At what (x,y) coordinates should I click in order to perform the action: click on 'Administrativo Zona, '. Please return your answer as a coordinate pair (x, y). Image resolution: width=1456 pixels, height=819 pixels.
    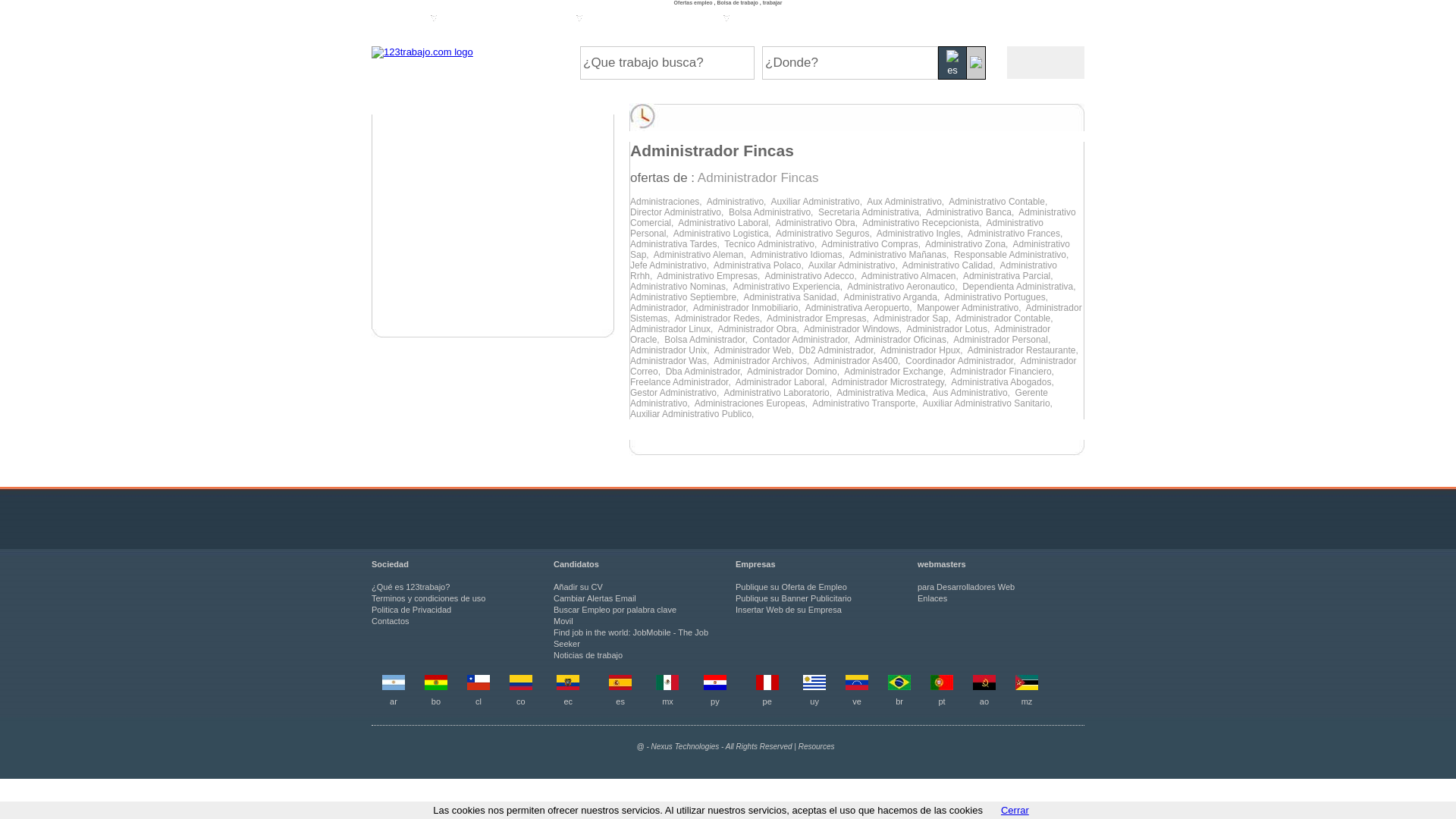
    Looking at the image, I should click on (968, 243).